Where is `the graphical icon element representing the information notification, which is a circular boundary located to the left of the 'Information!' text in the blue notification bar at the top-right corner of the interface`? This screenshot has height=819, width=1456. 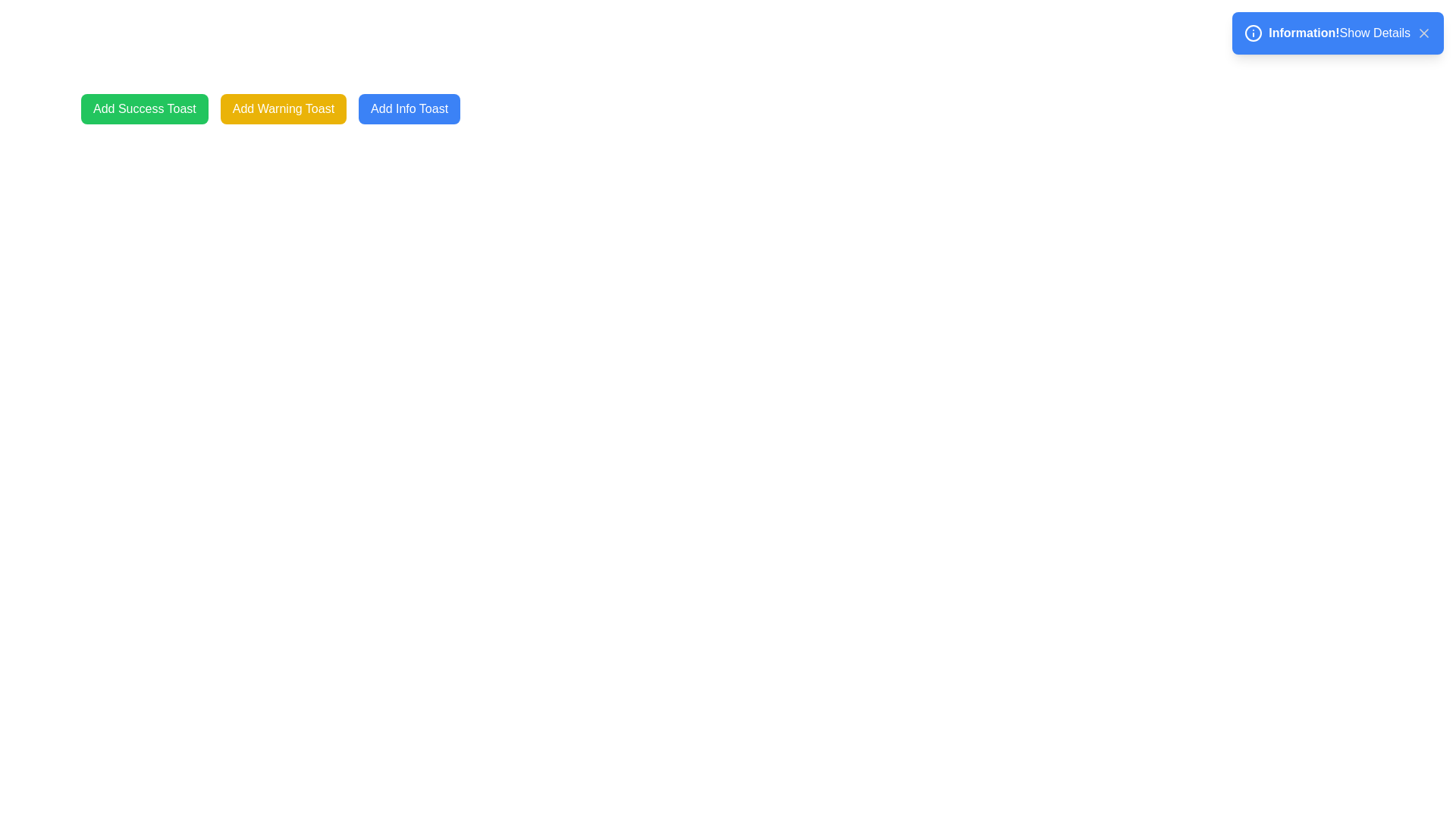 the graphical icon element representing the information notification, which is a circular boundary located to the left of the 'Information!' text in the blue notification bar at the top-right corner of the interface is located at coordinates (1254, 33).